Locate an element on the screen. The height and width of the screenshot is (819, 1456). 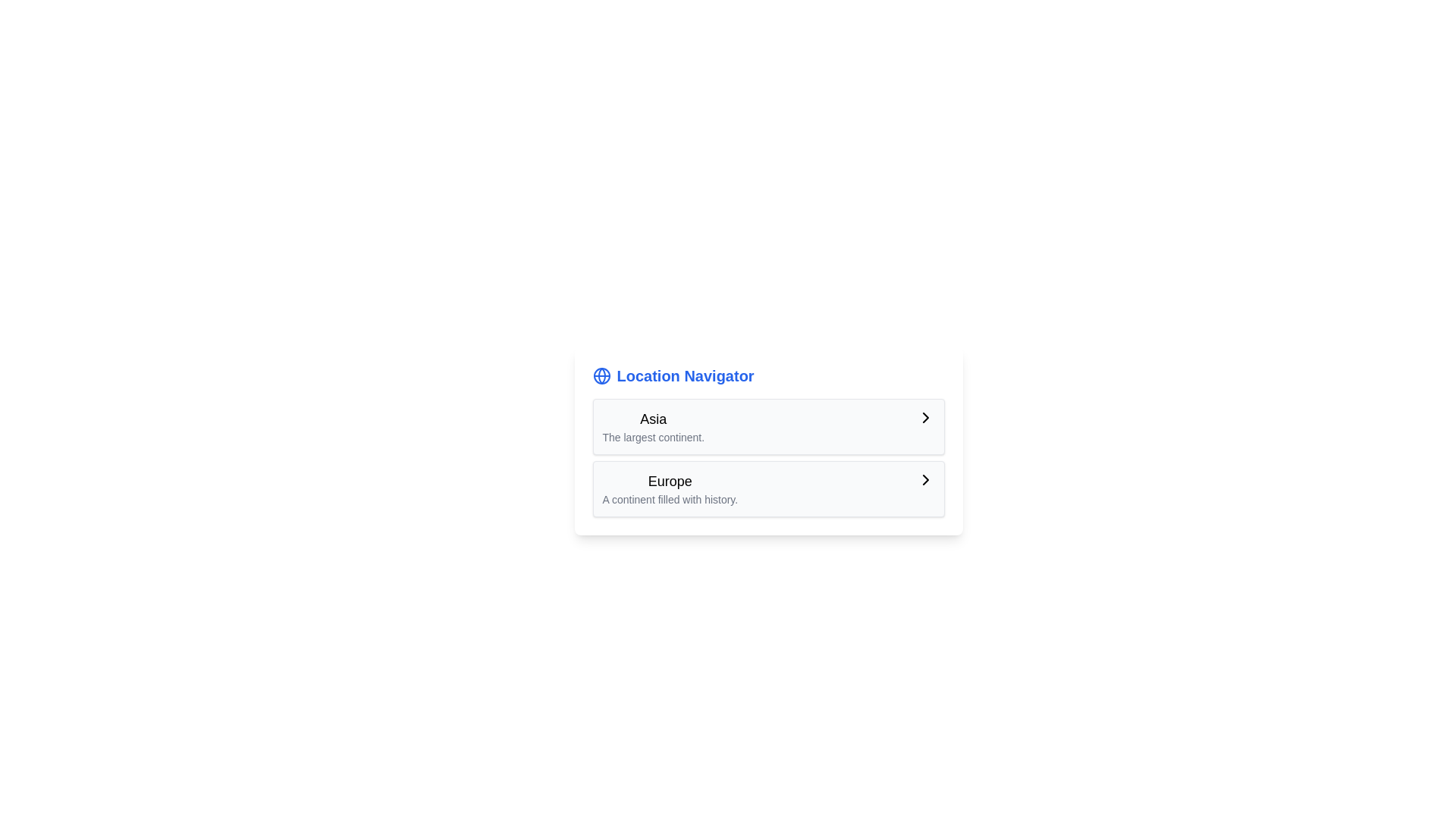
the first selectable list item titled 'Asia' with the subtitle 'The largest continent.' is located at coordinates (768, 427).